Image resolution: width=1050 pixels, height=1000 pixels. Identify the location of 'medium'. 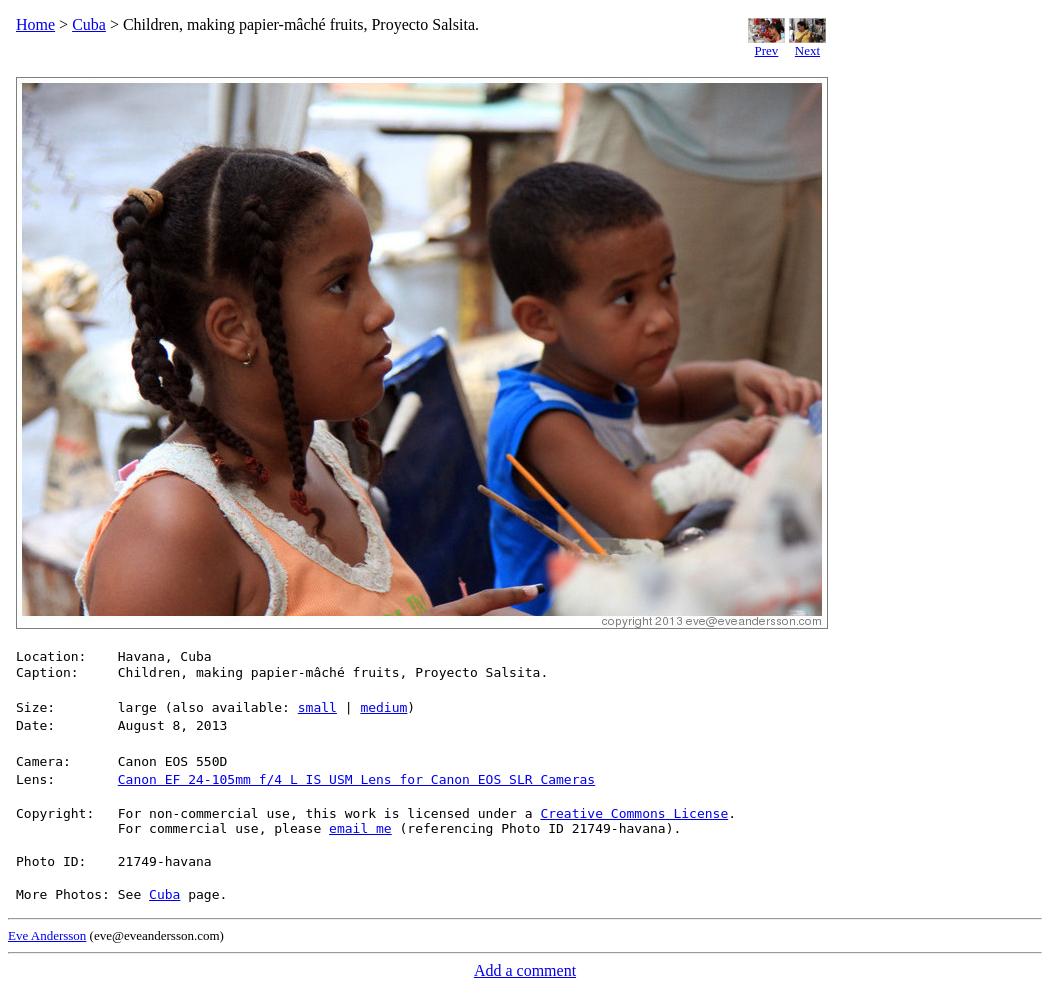
(383, 705).